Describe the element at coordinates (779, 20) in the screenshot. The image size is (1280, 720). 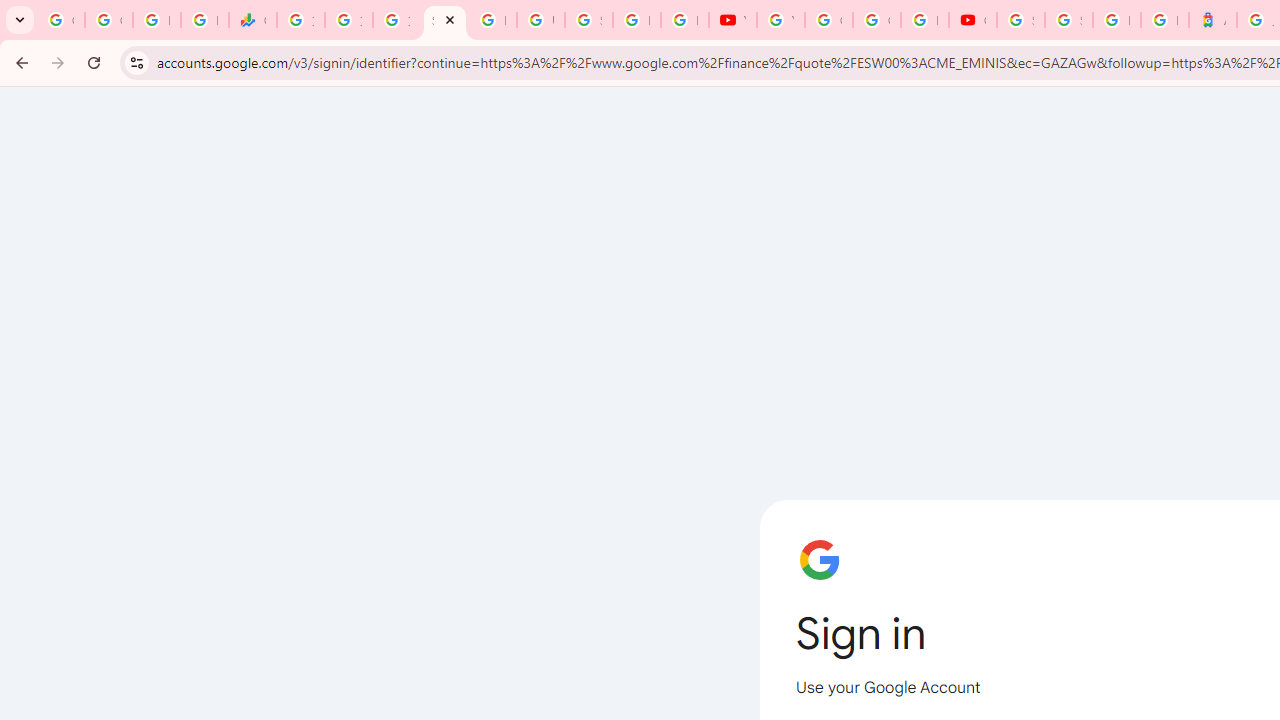
I see `'YouTube'` at that location.